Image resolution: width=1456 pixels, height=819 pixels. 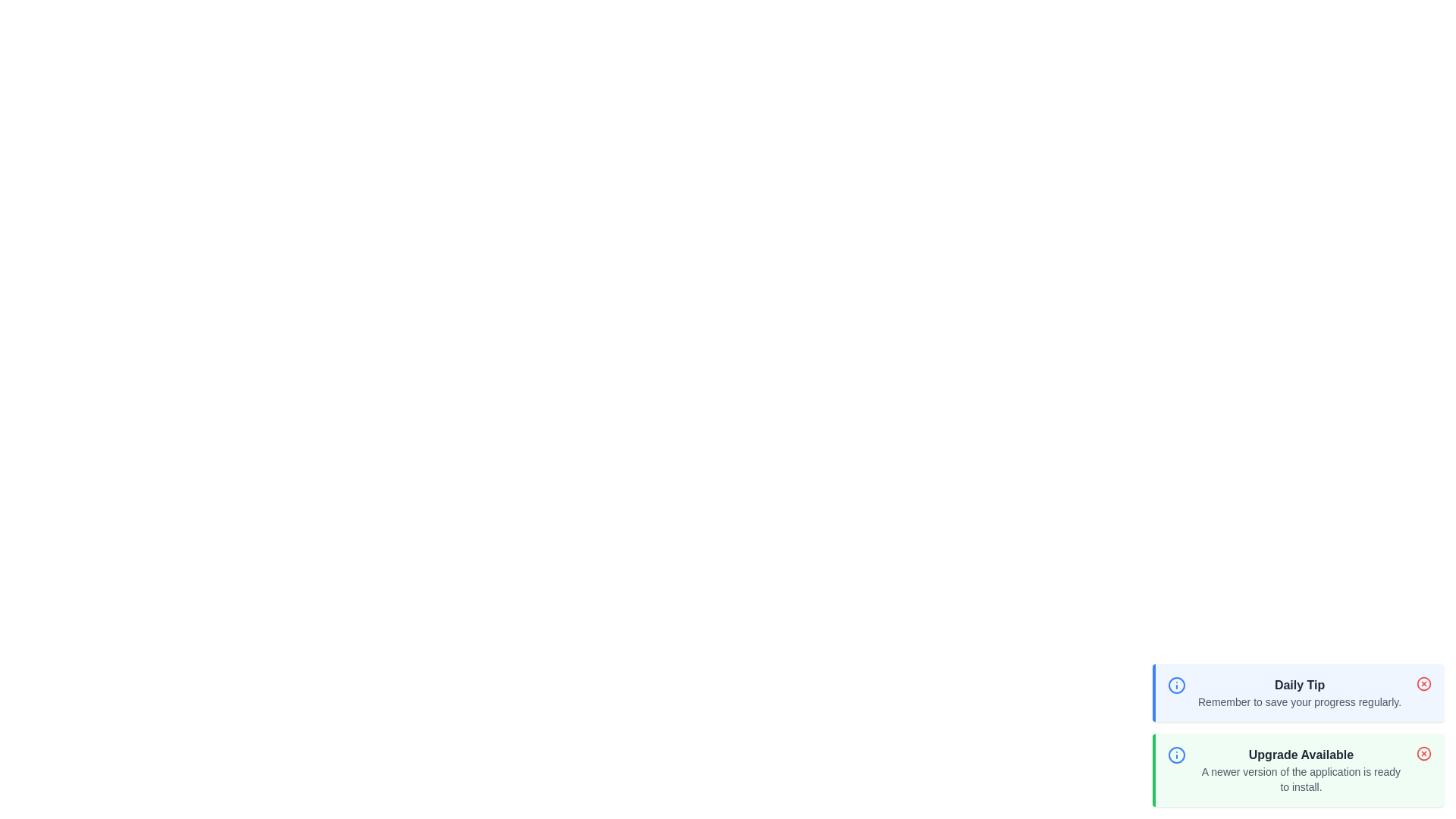 What do you see at coordinates (1423, 684) in the screenshot?
I see `the close button of the notification titled Daily Tip` at bounding box center [1423, 684].